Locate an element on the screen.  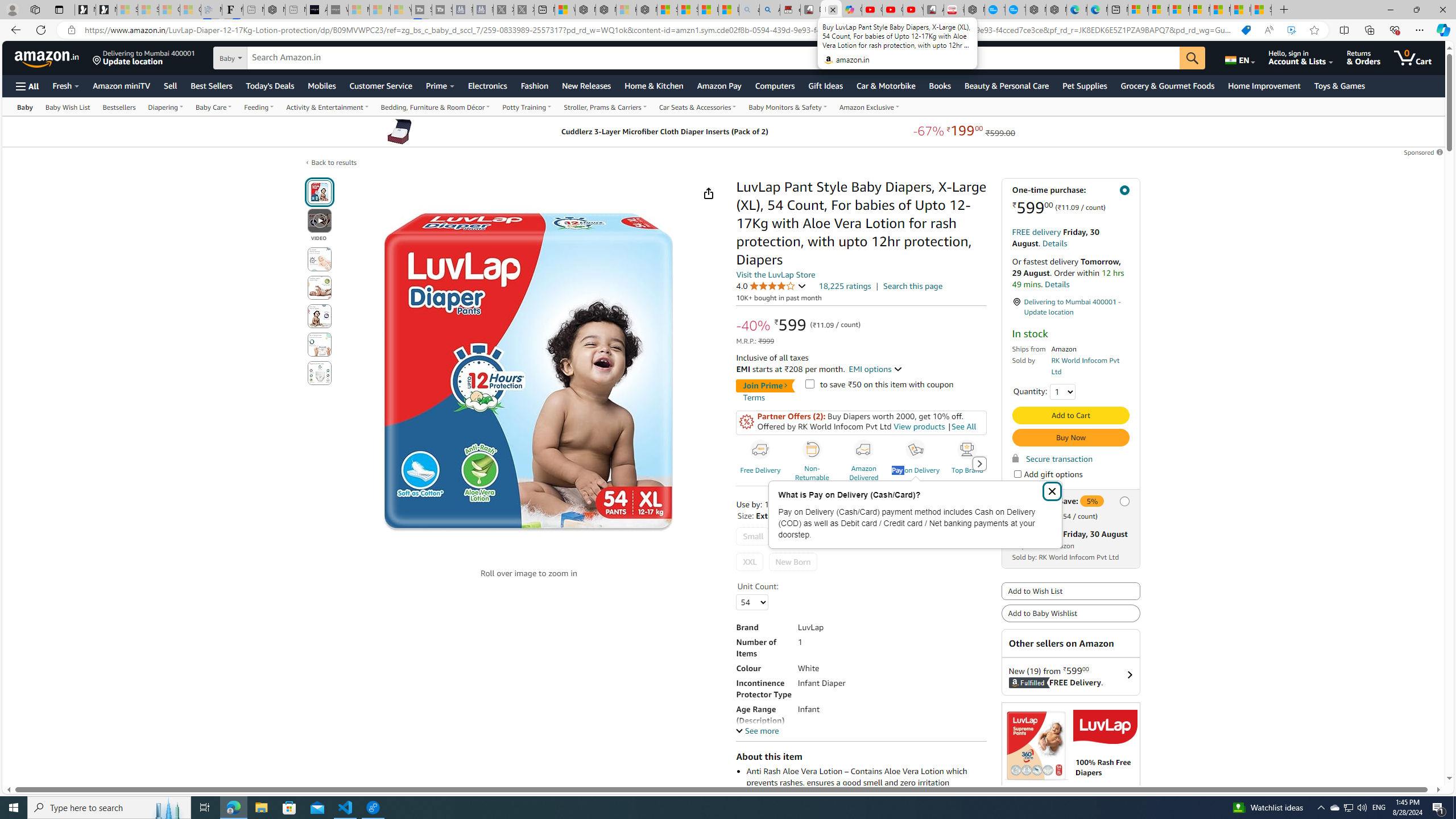
'The most popular Google ' is located at coordinates (1015, 9).